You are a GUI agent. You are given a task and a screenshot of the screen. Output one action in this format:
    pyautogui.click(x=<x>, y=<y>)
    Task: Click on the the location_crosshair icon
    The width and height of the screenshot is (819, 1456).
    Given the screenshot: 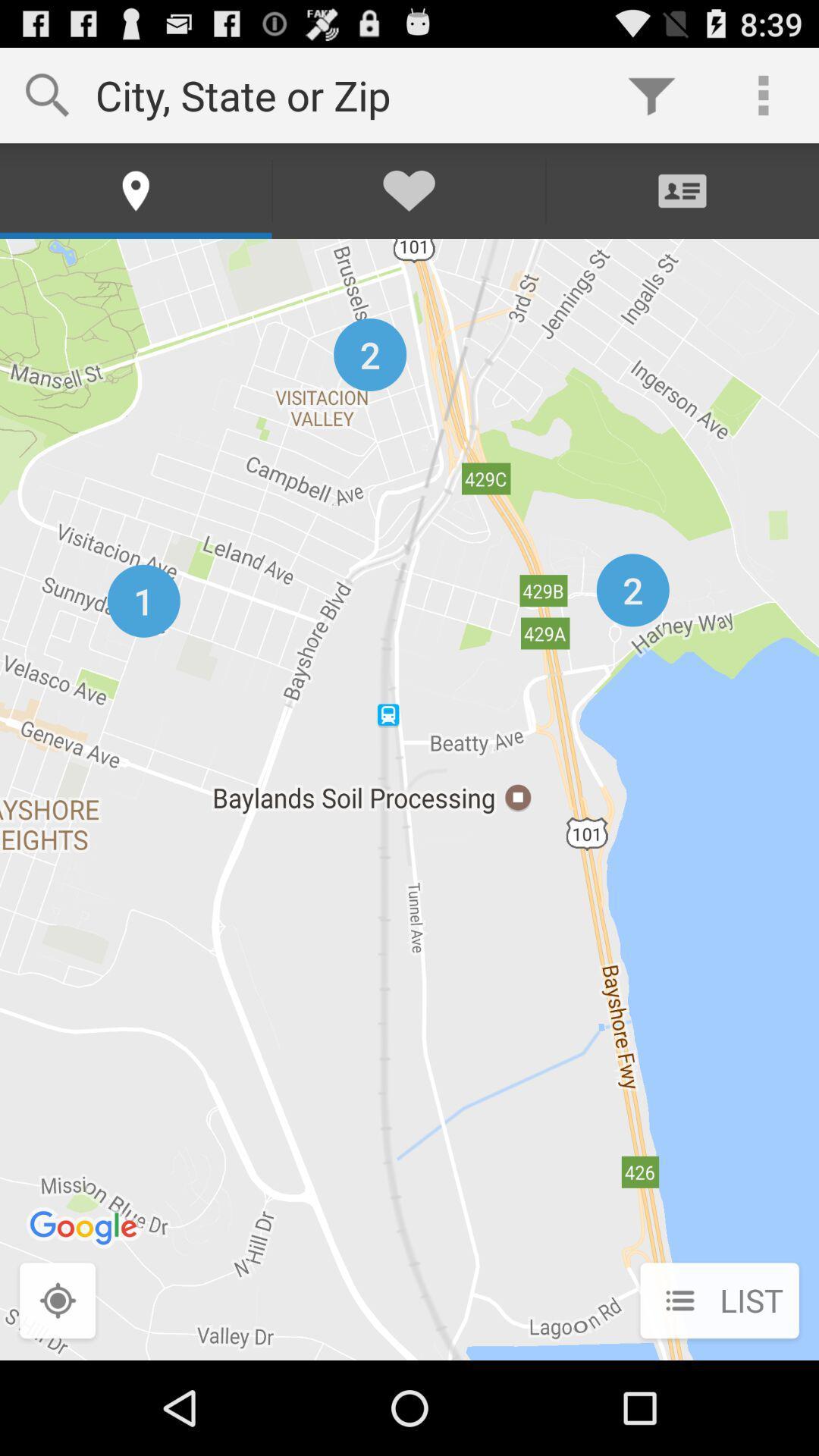 What is the action you would take?
    pyautogui.click(x=57, y=1394)
    